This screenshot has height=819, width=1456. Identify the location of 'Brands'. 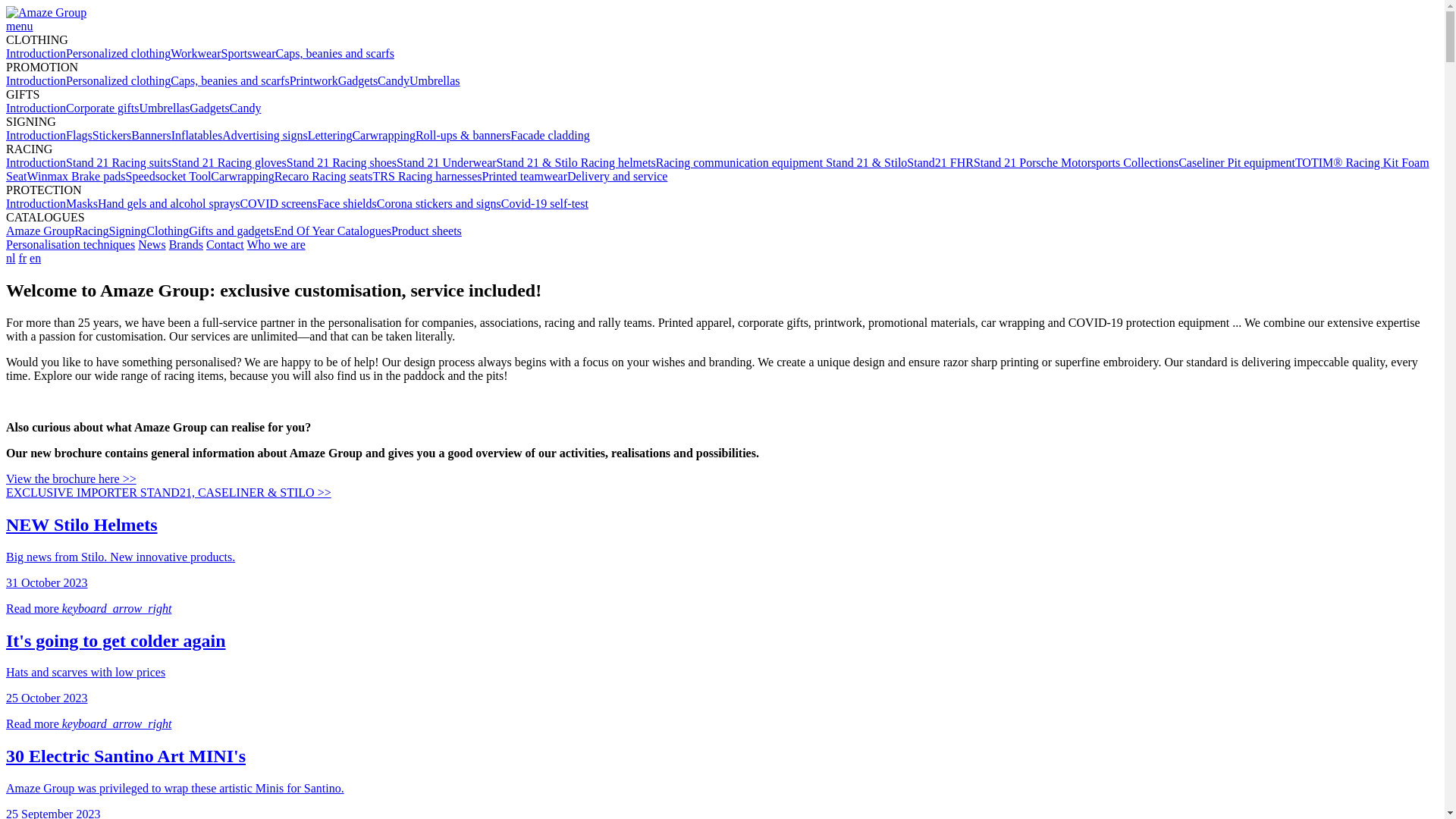
(185, 243).